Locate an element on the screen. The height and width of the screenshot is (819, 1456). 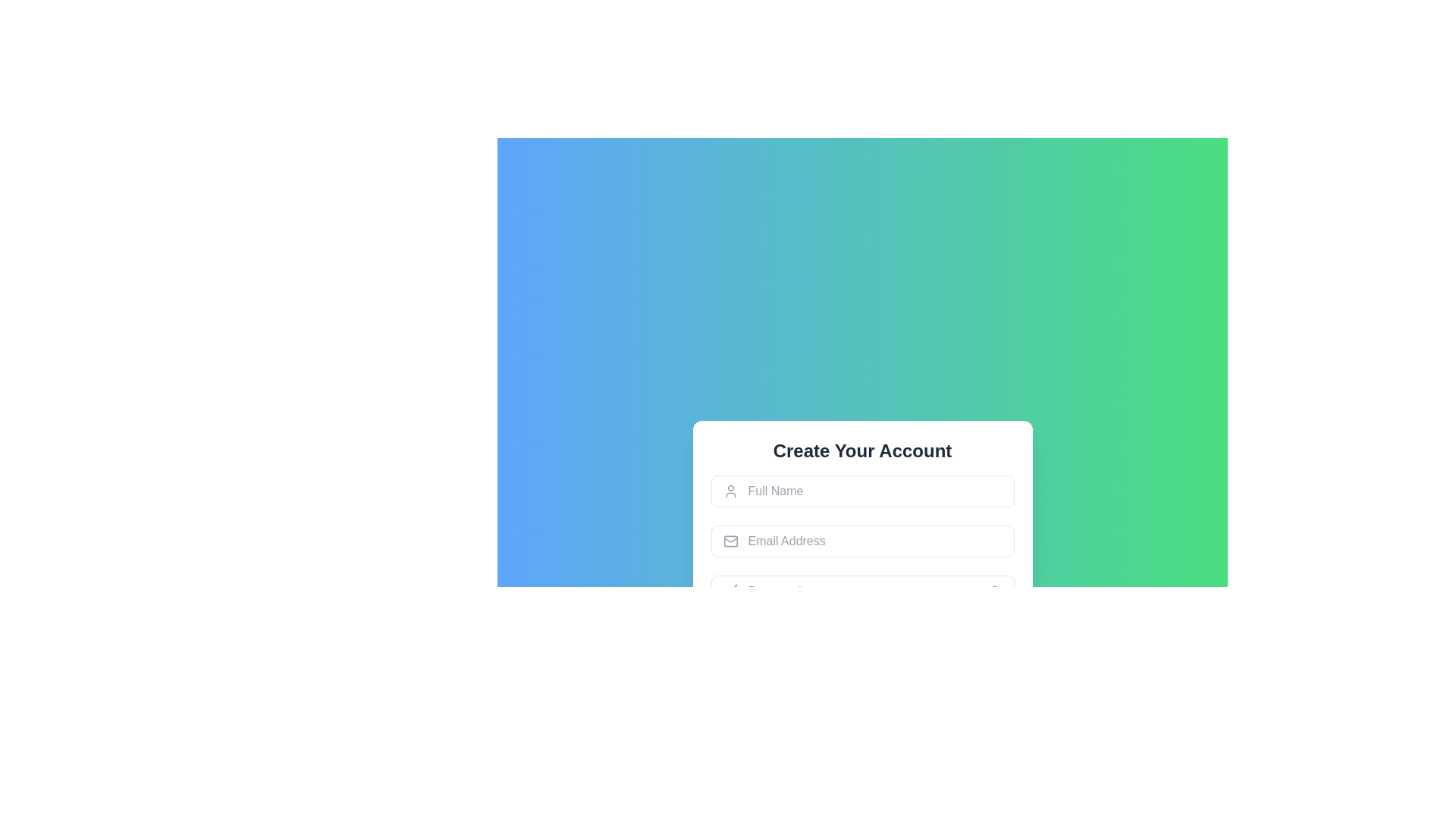
the user silhouette icon located on the left side of the 'Full Name' text input field in the user registration form is located at coordinates (730, 491).